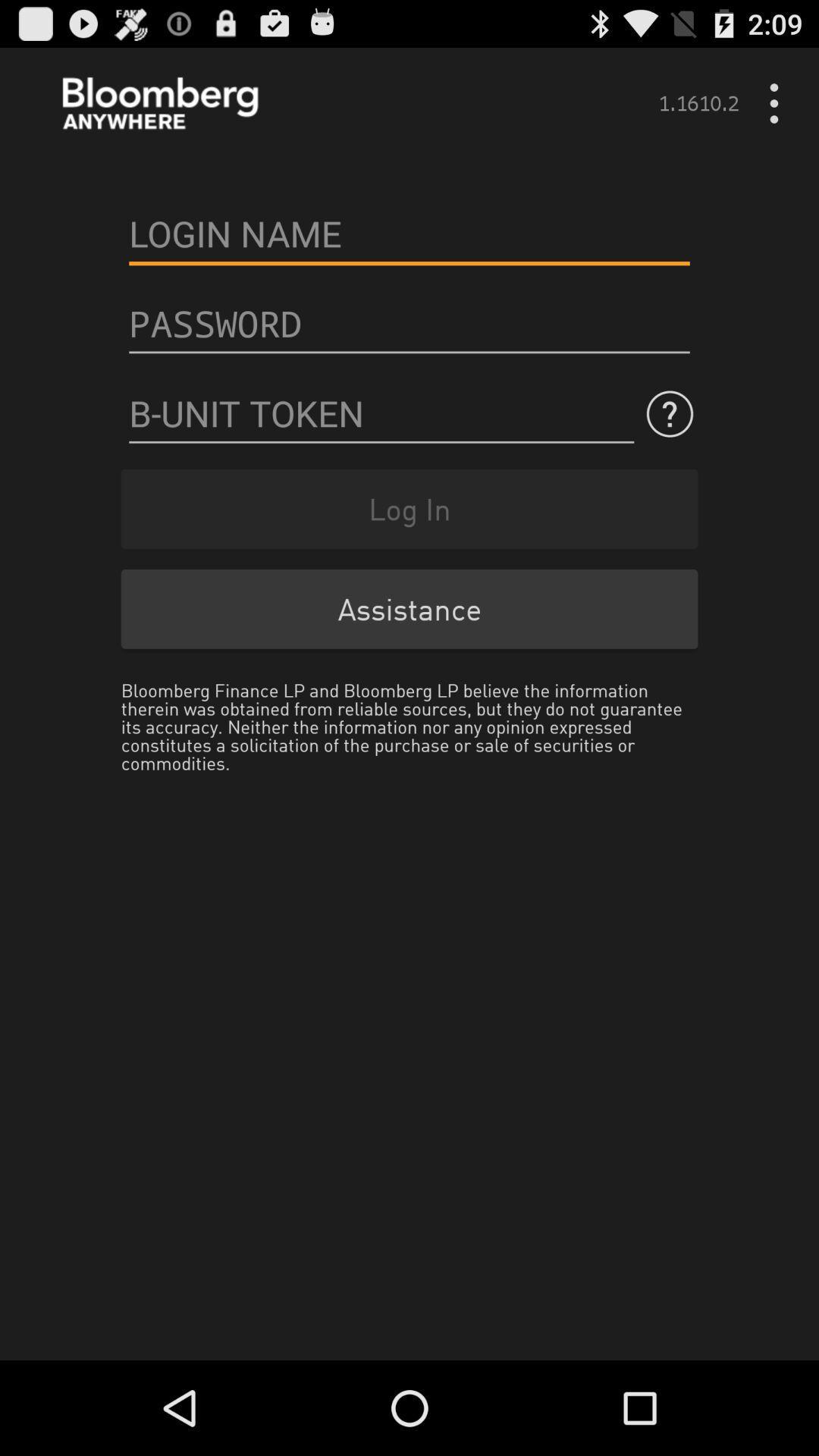 The width and height of the screenshot is (819, 1456). Describe the element at coordinates (409, 233) in the screenshot. I see `type in your login name in the field` at that location.